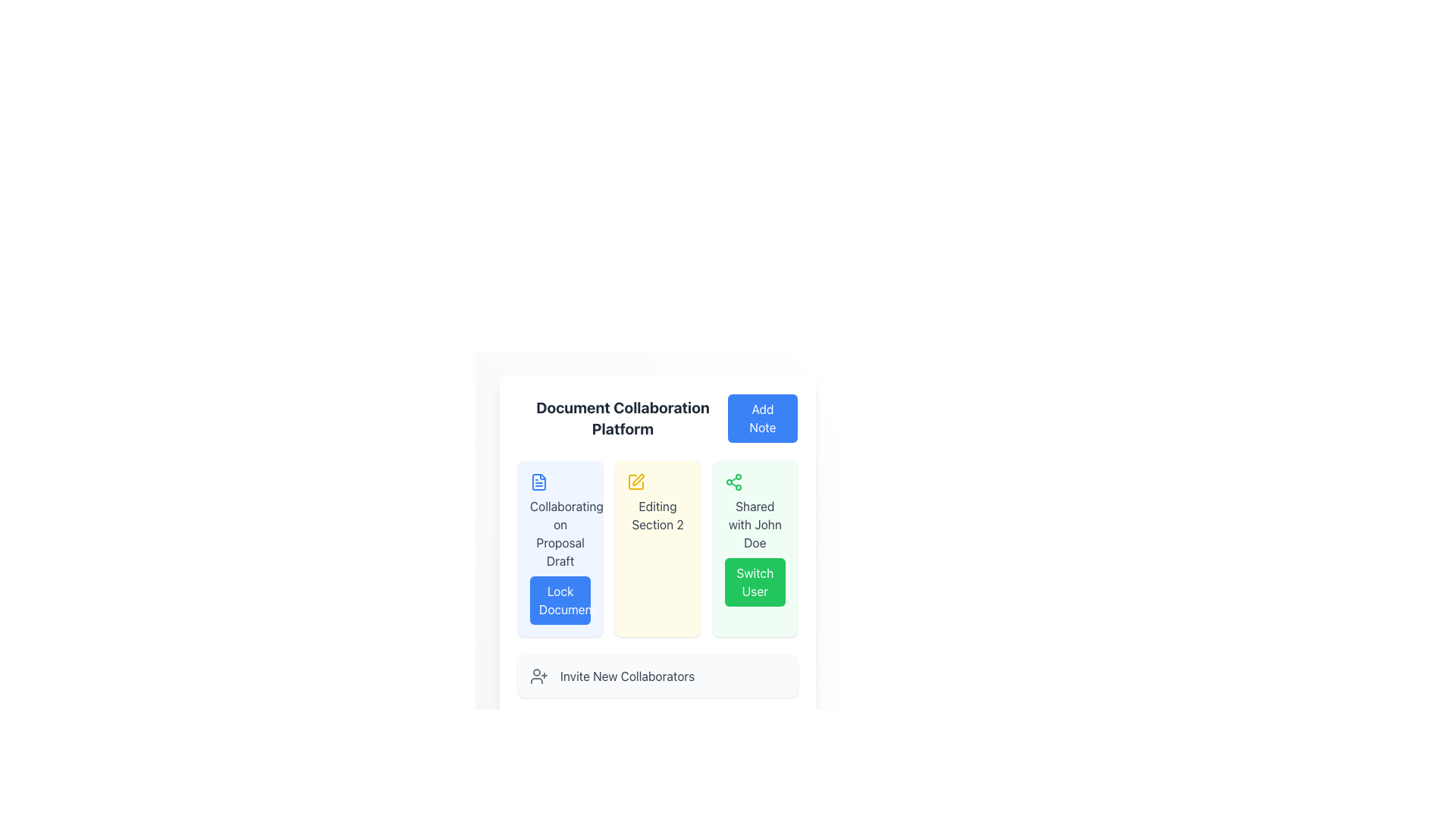 The width and height of the screenshot is (1456, 819). I want to click on the 'Add Note' button located at the top-right corner of the 'Document Collaboration Platform' section, adjacent to the title text, so click(762, 418).